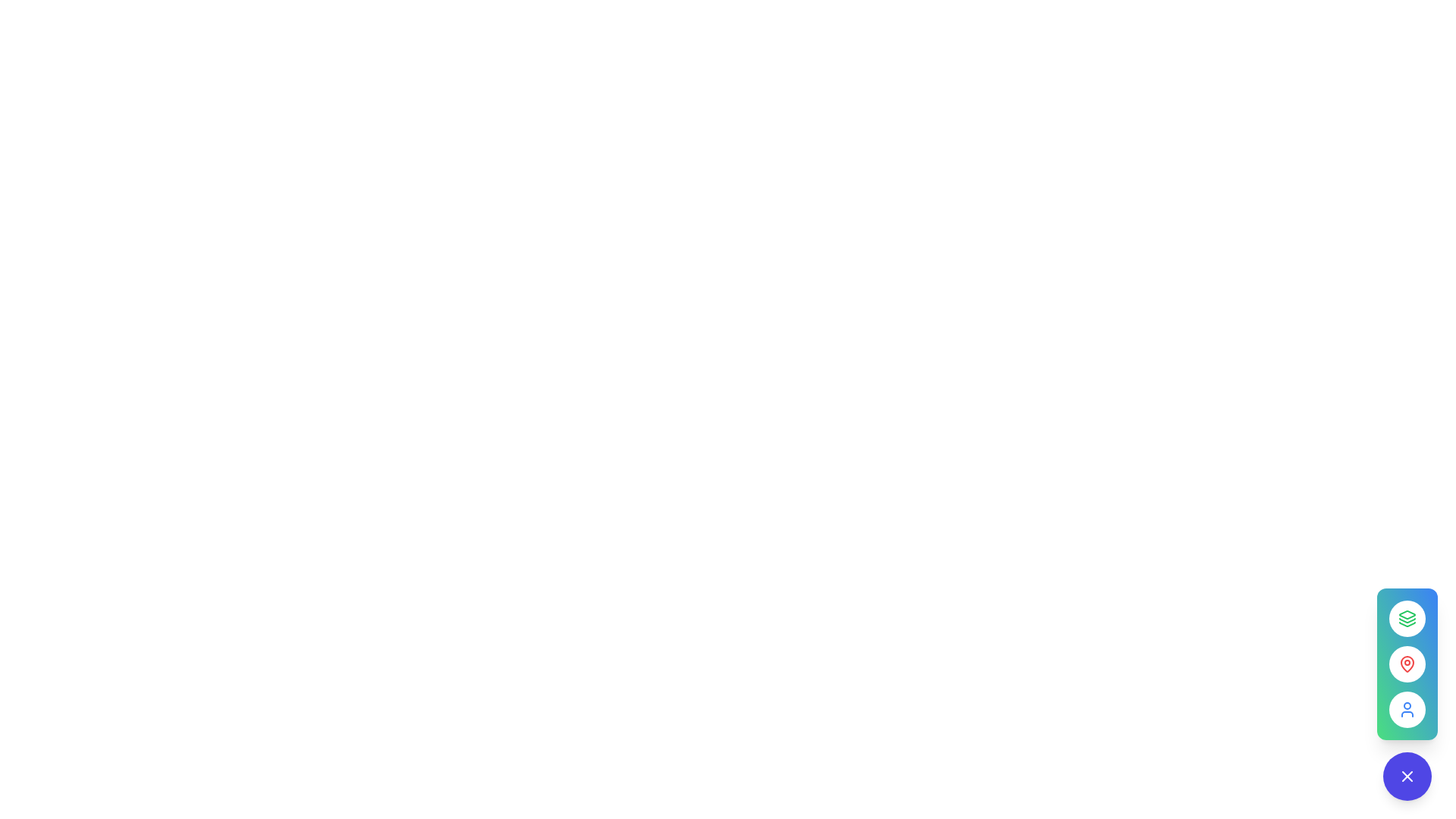  What do you see at coordinates (1407, 694) in the screenshot?
I see `the third circular button in the vertical arrangement below the green layers icon and the red location pin icon` at bounding box center [1407, 694].